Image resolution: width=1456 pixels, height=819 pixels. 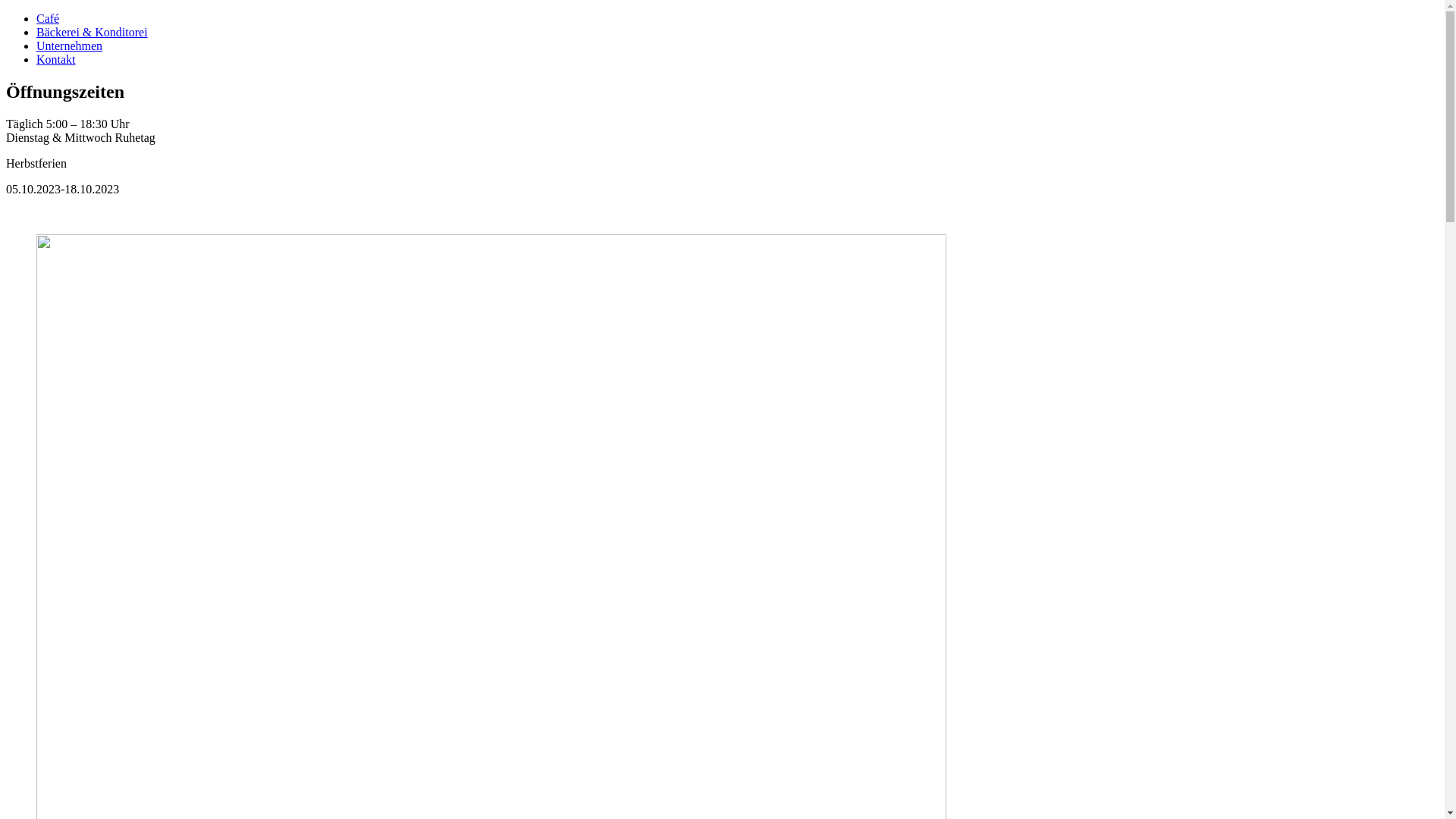 I want to click on 'Unternehmen', so click(x=68, y=45).